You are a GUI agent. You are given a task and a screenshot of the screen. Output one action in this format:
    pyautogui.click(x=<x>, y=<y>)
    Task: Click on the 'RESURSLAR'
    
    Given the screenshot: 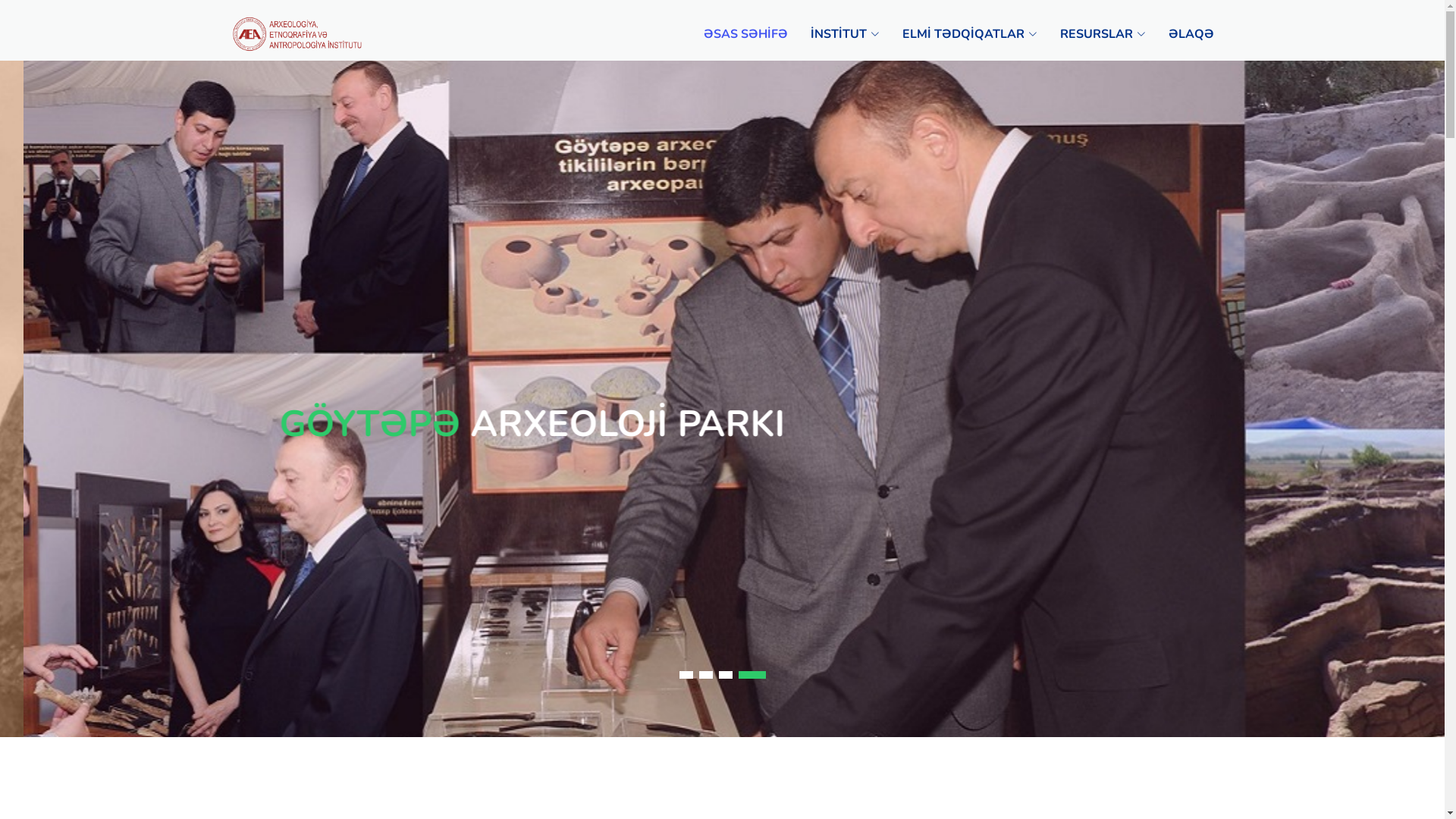 What is the action you would take?
    pyautogui.click(x=1037, y=34)
    